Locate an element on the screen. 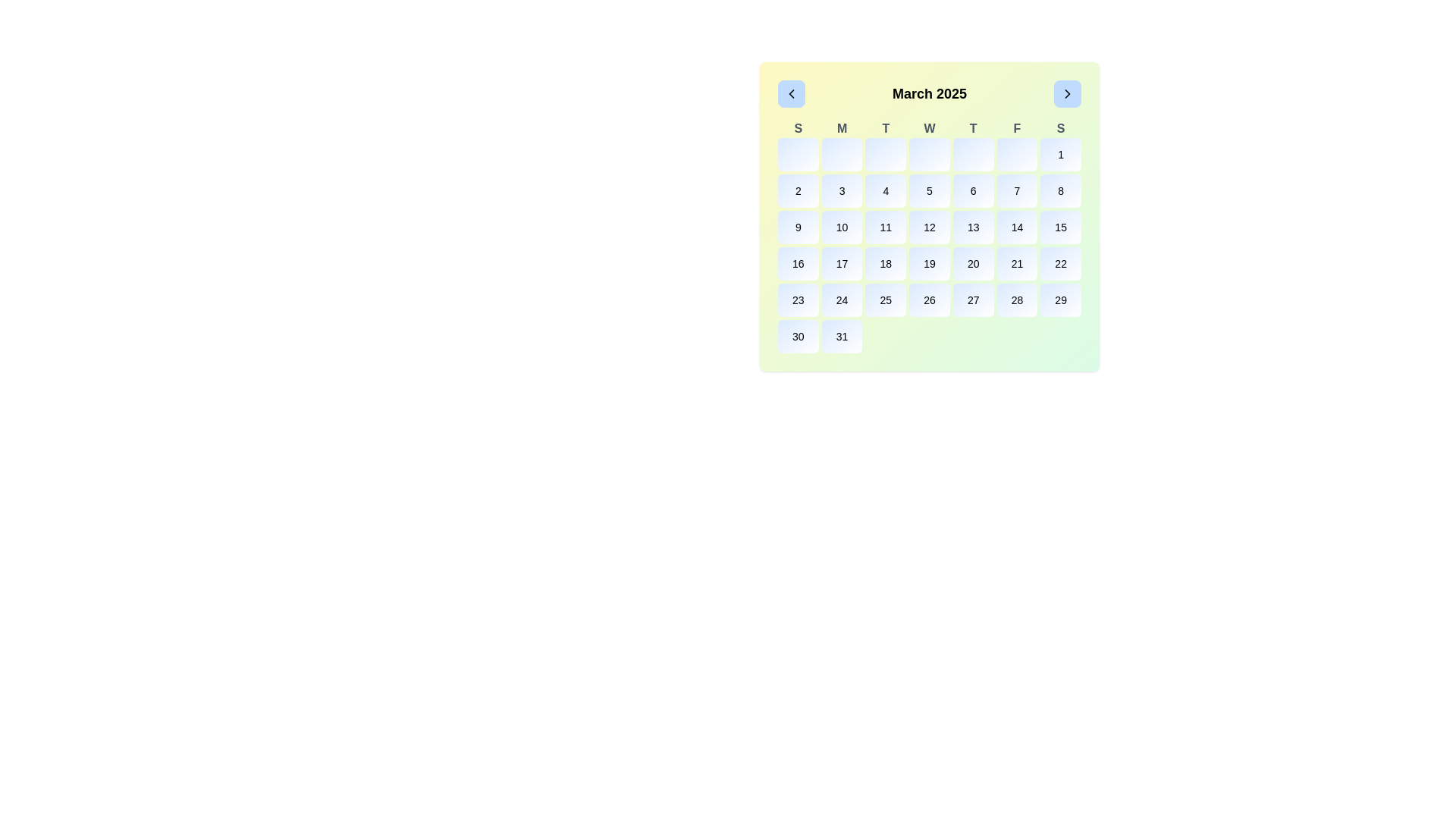 Image resolution: width=1456 pixels, height=819 pixels. the button representing the date '31' is located at coordinates (841, 335).